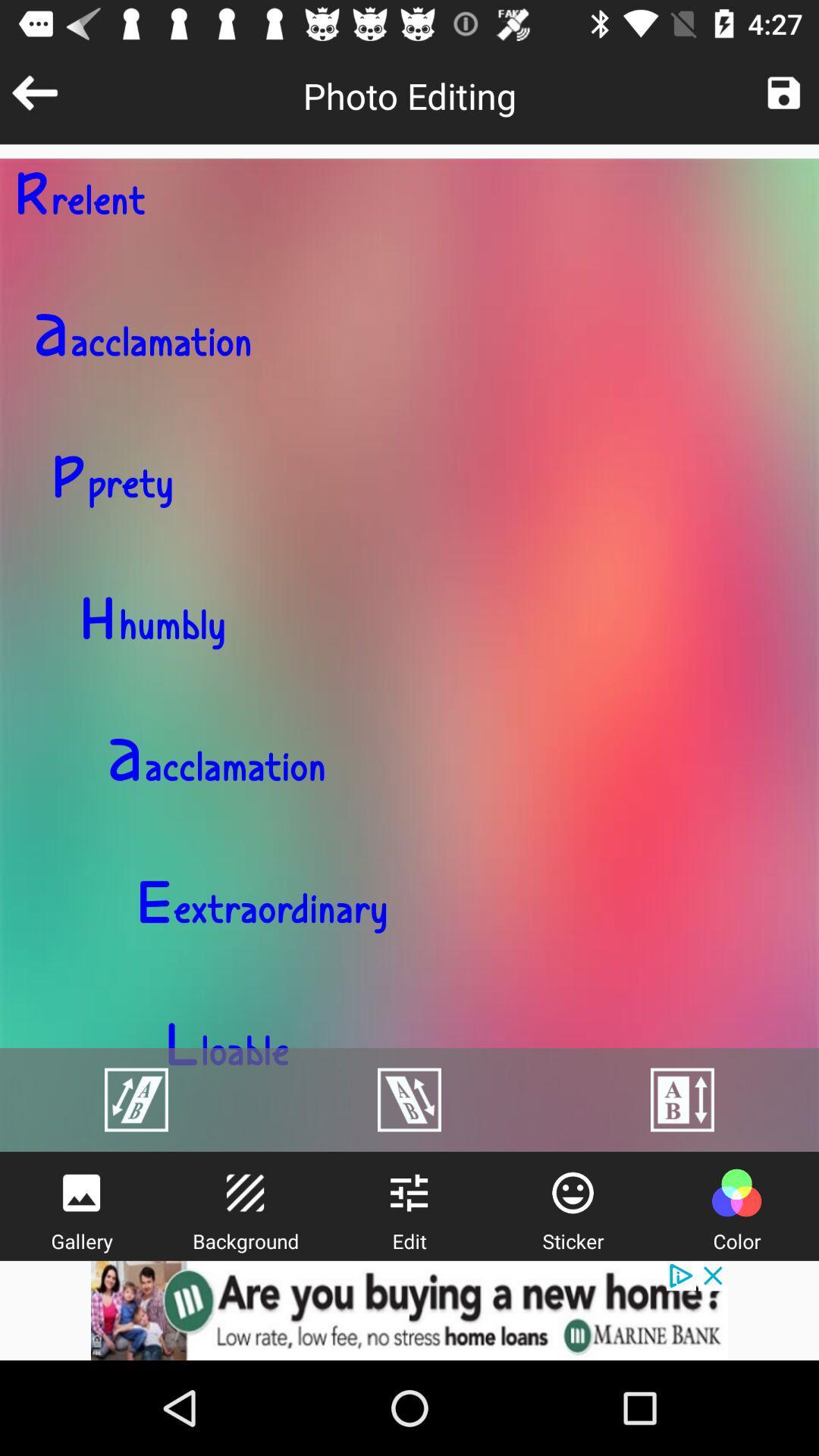  I want to click on the avatar icon, so click(736, 1192).